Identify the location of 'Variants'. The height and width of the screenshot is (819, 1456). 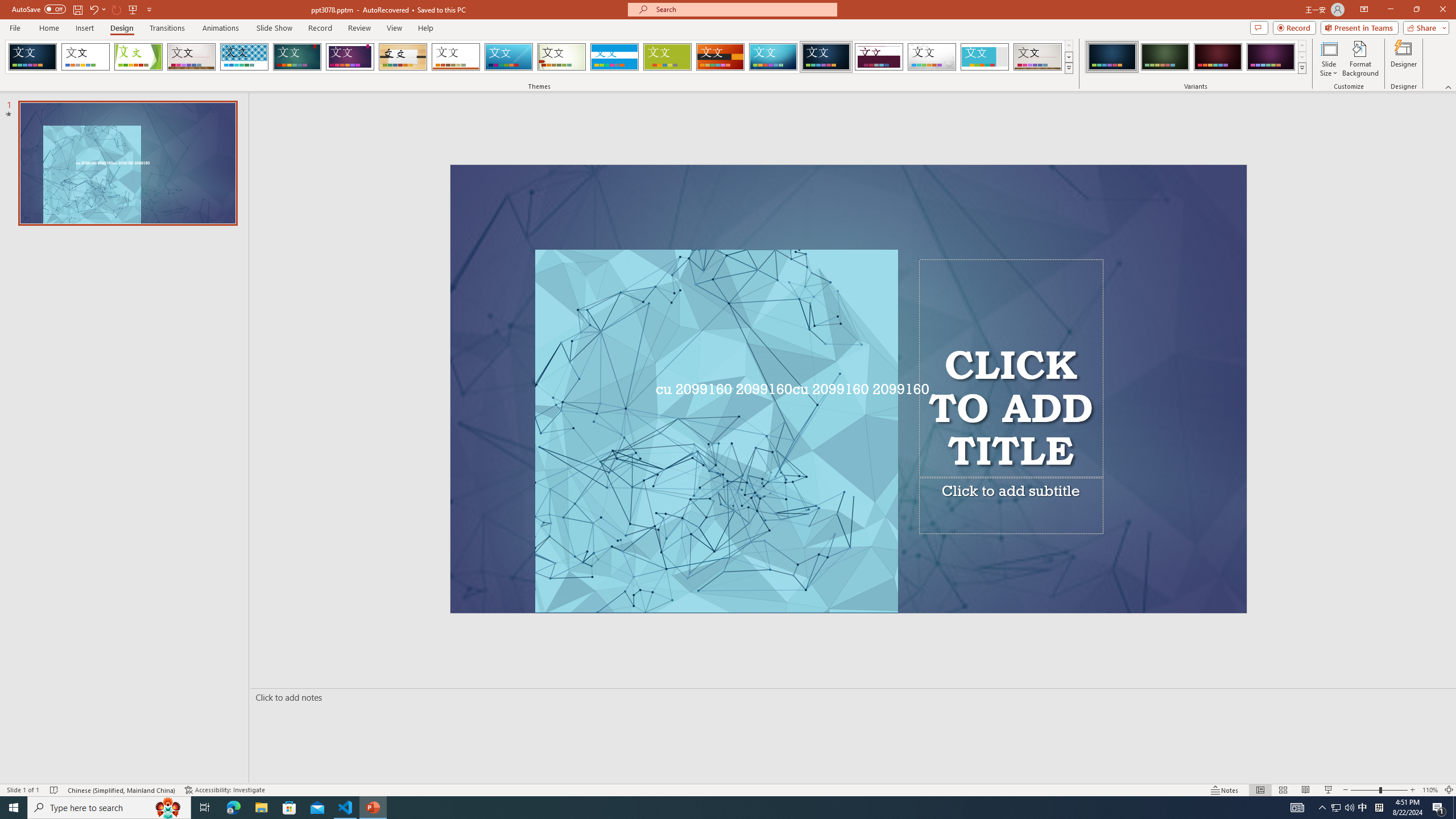
(1301, 67).